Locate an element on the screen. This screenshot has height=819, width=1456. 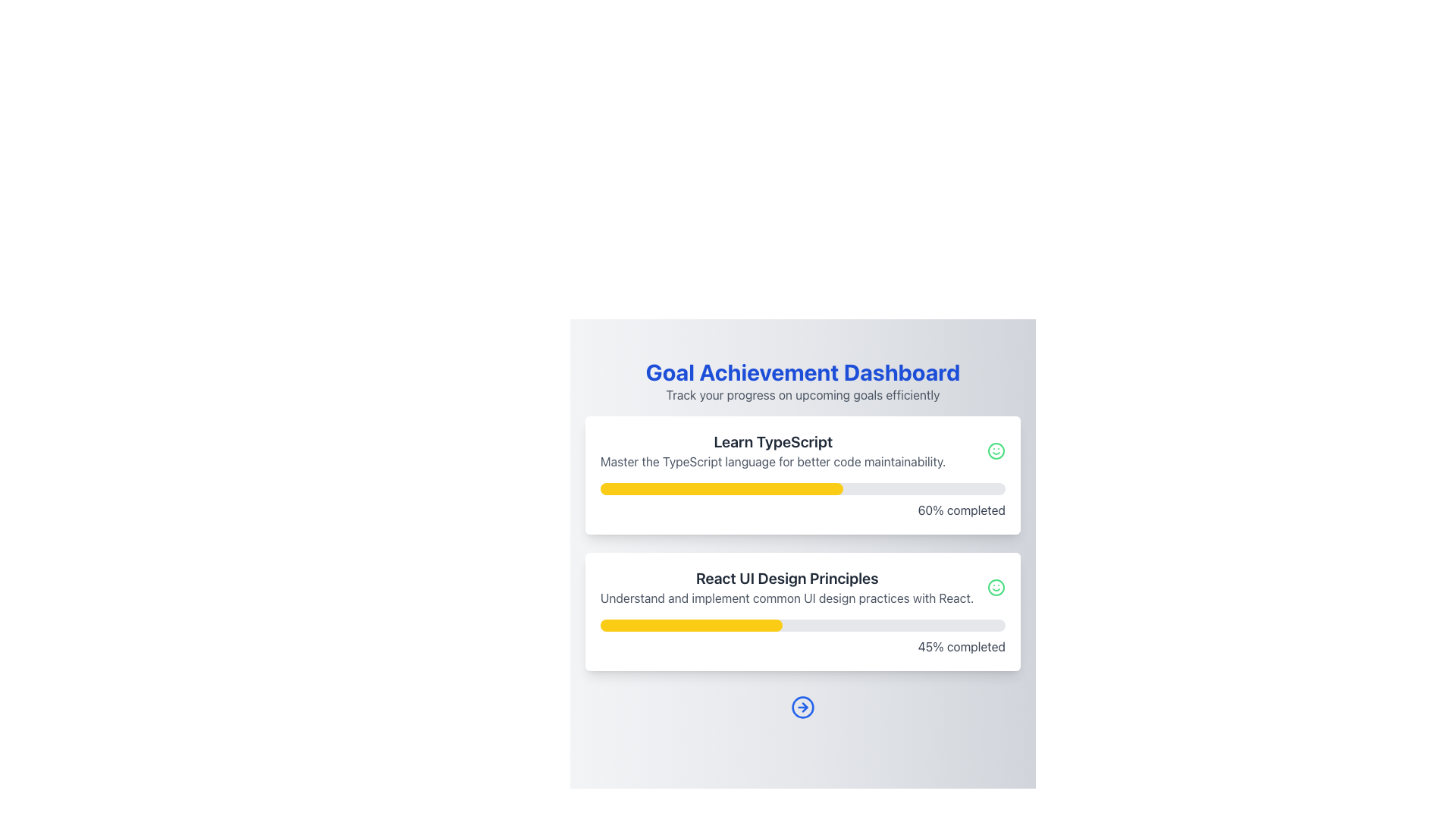
the color and width of the filled portion of the progress bar in the 'Learn TypeScript' card, which indicates 60% completion is located at coordinates (802, 488).